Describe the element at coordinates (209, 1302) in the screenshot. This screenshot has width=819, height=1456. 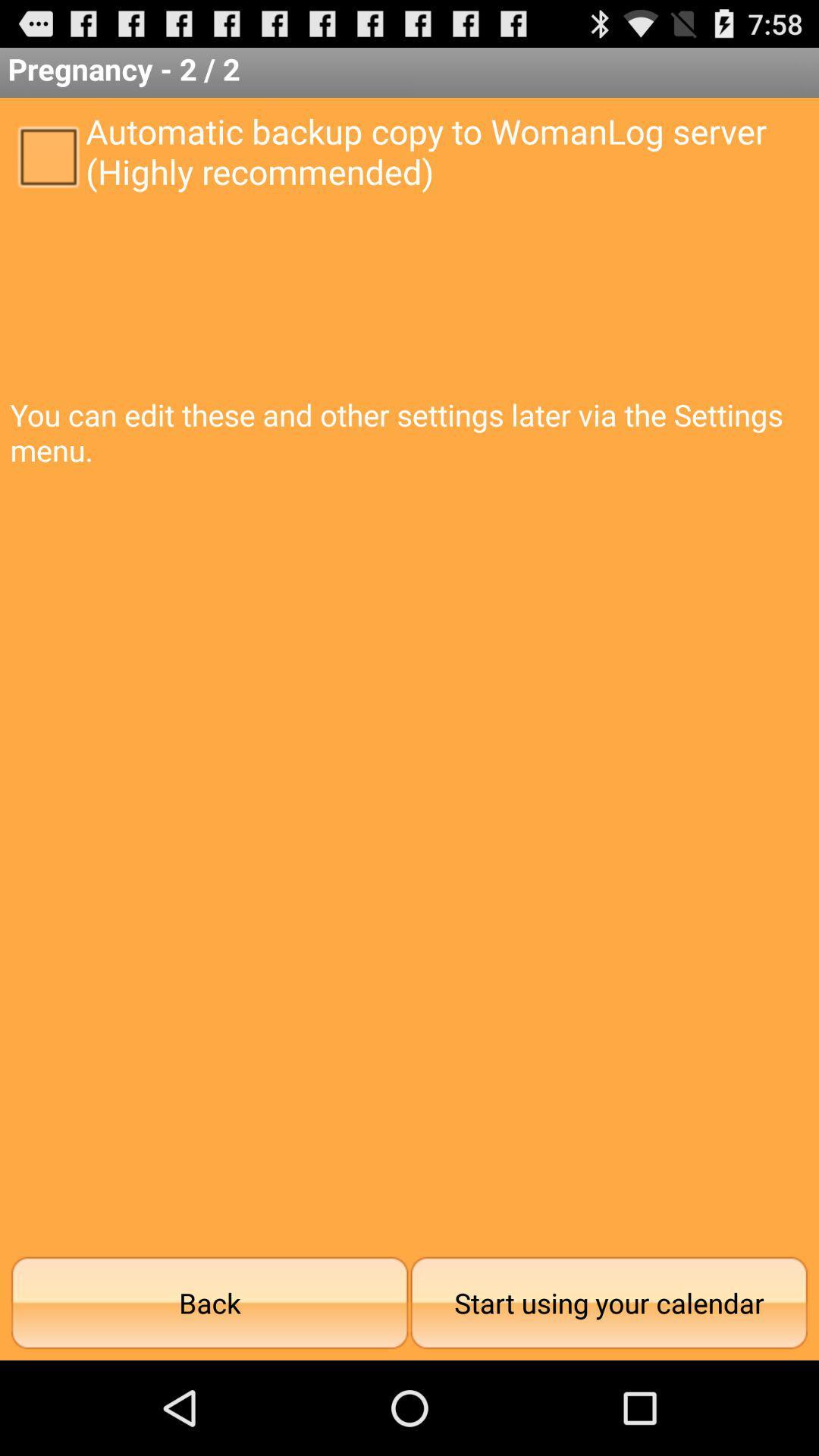
I see `the back icon` at that location.